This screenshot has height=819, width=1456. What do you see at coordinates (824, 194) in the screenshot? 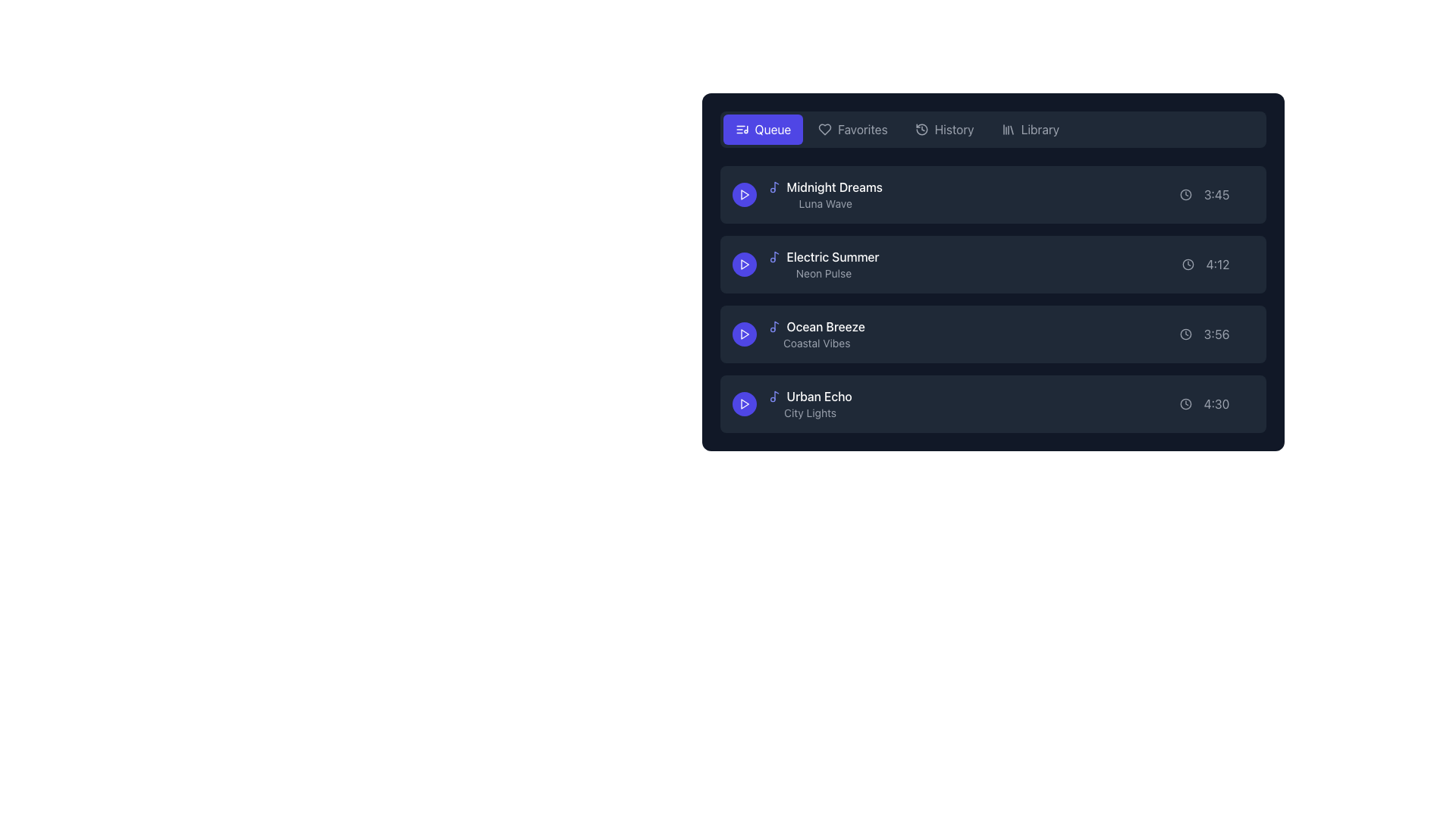
I see `on the first playlist entry in the list, titled 'Midnight Dreams' by 'Luna Wave', for advanced interaction` at bounding box center [824, 194].